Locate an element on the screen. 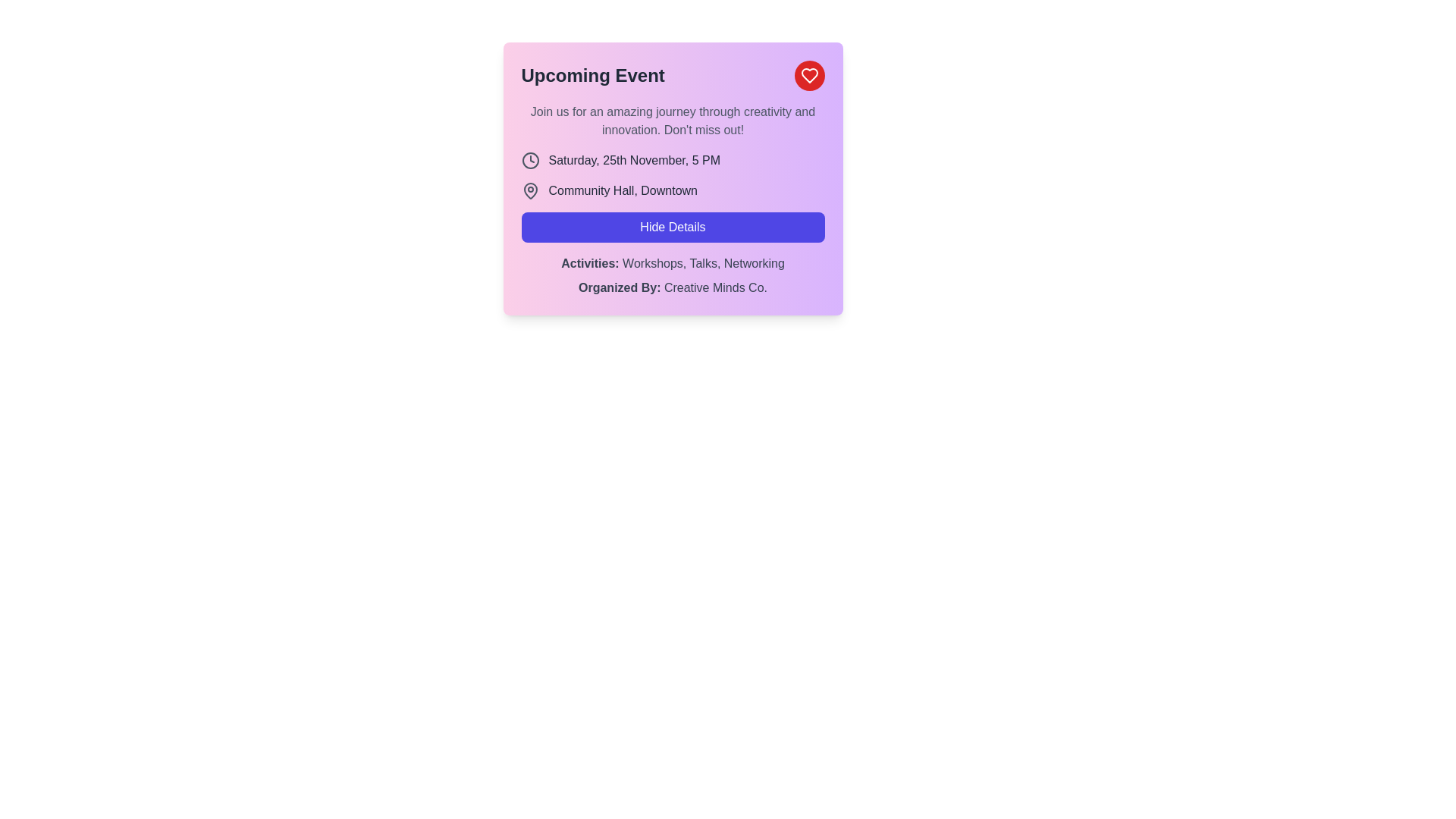 This screenshot has width=1456, height=819. the heart-shaped SVG icon located in the top-right corner of the main card interface, adjacent to the title 'Upcoming Event', by moving the cursor to its center is located at coordinates (808, 76).